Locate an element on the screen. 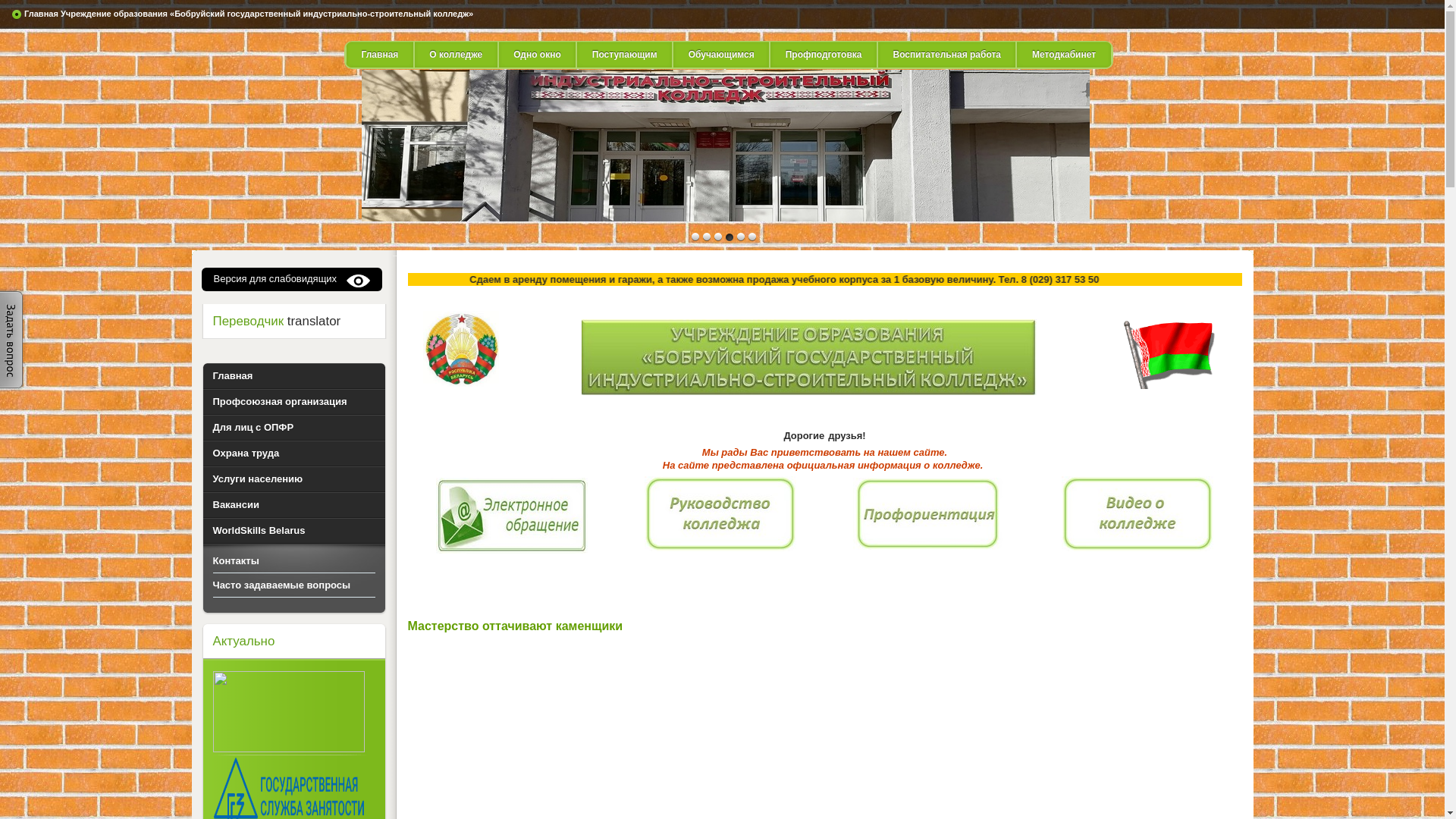 The image size is (1456, 819). '3' is located at coordinates (728, 237).